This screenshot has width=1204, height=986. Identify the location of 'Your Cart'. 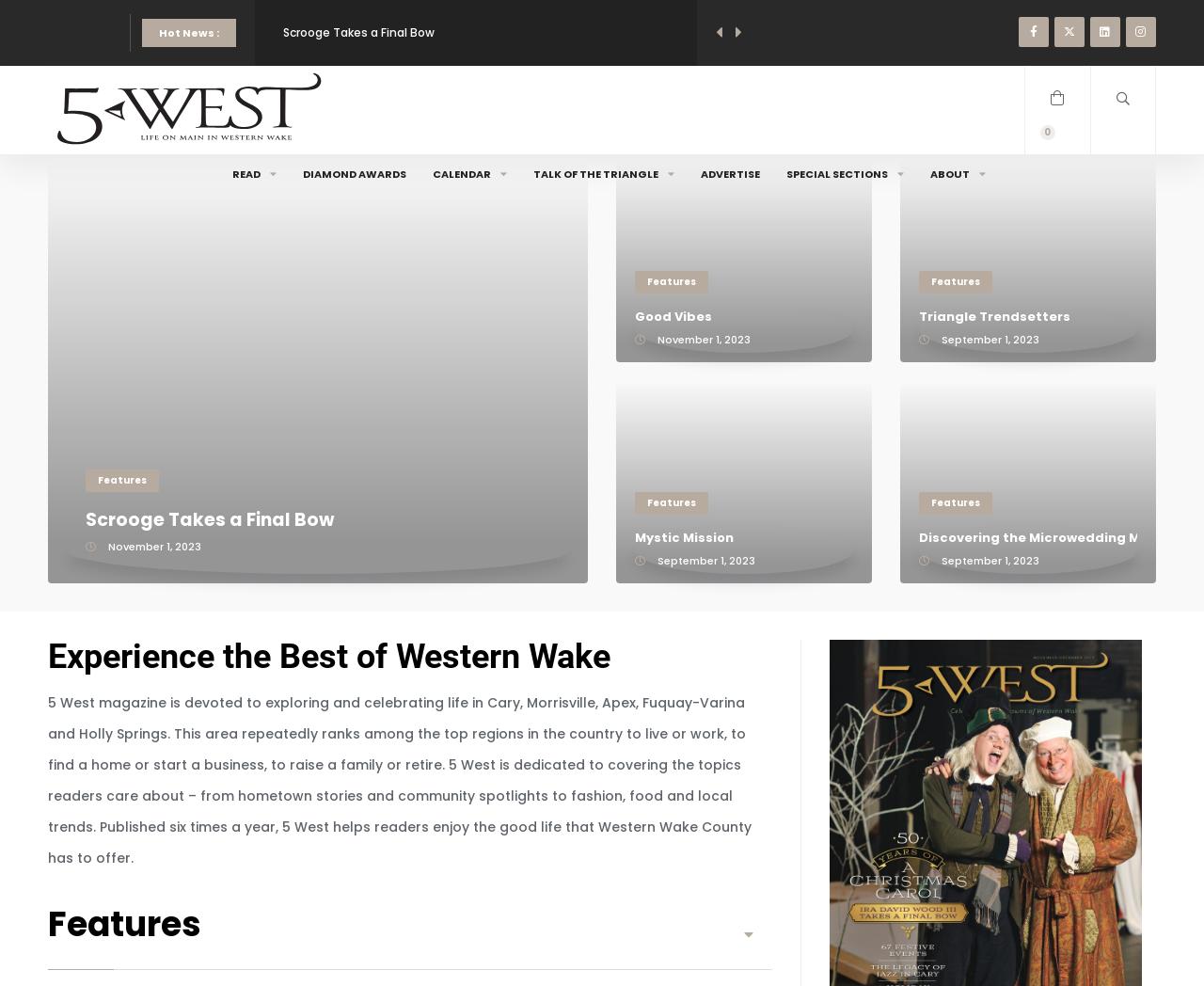
(1022, 177).